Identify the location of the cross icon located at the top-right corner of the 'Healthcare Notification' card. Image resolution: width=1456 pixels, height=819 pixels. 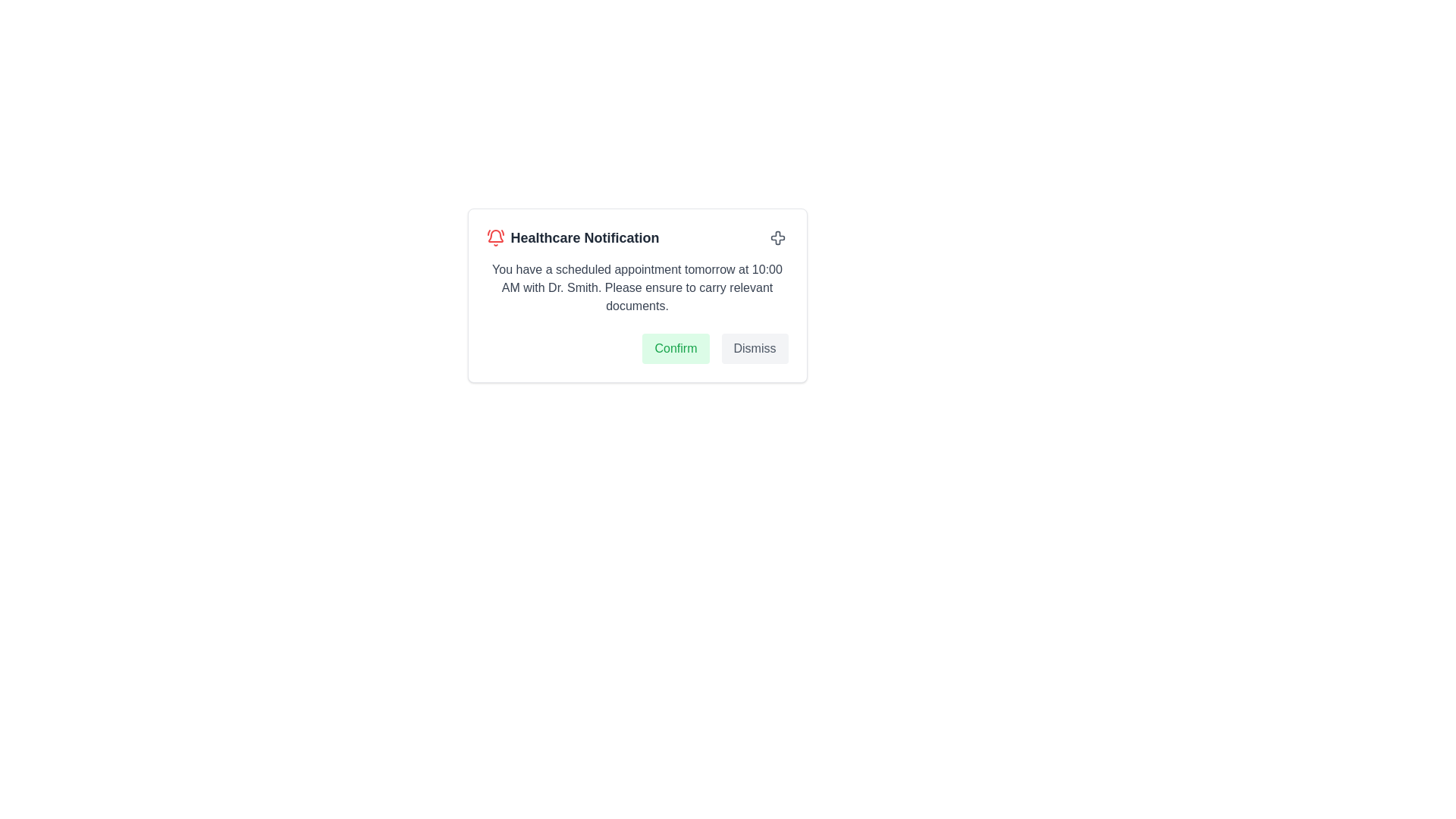
(777, 237).